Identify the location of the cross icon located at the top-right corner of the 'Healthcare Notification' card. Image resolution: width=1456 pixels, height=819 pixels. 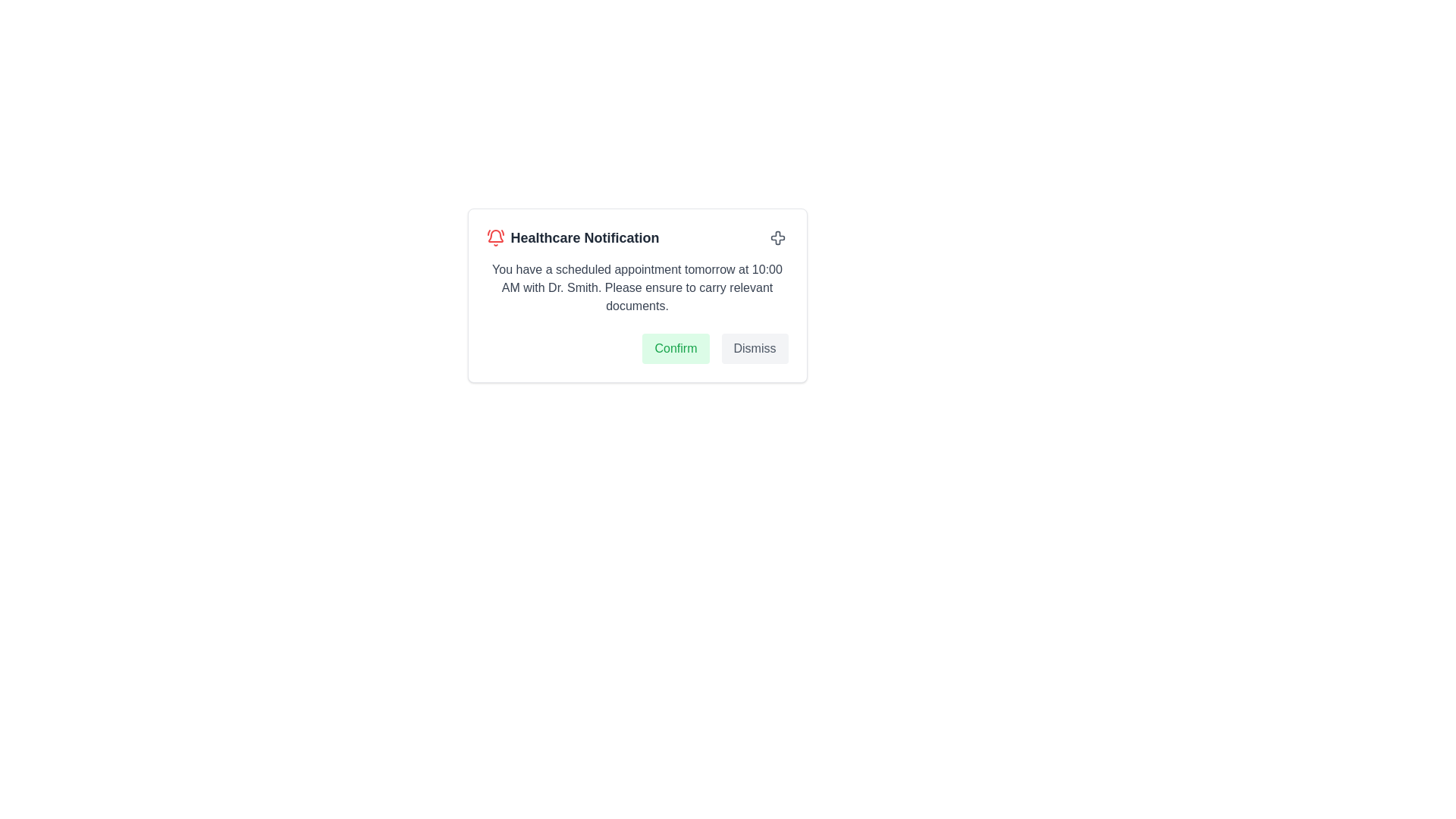
(777, 237).